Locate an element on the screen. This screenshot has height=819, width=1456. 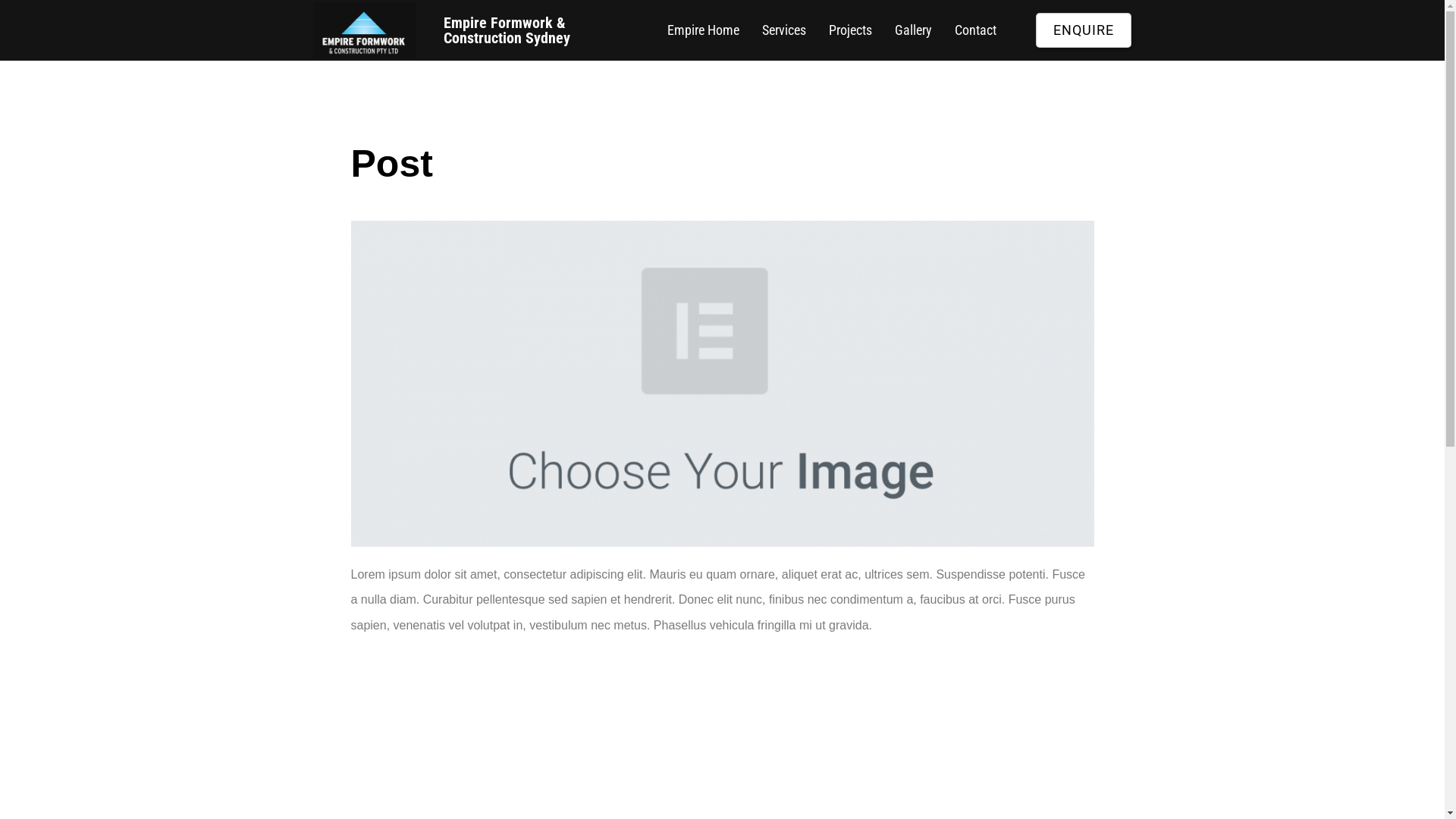
'ENQUIRE' is located at coordinates (1083, 30).